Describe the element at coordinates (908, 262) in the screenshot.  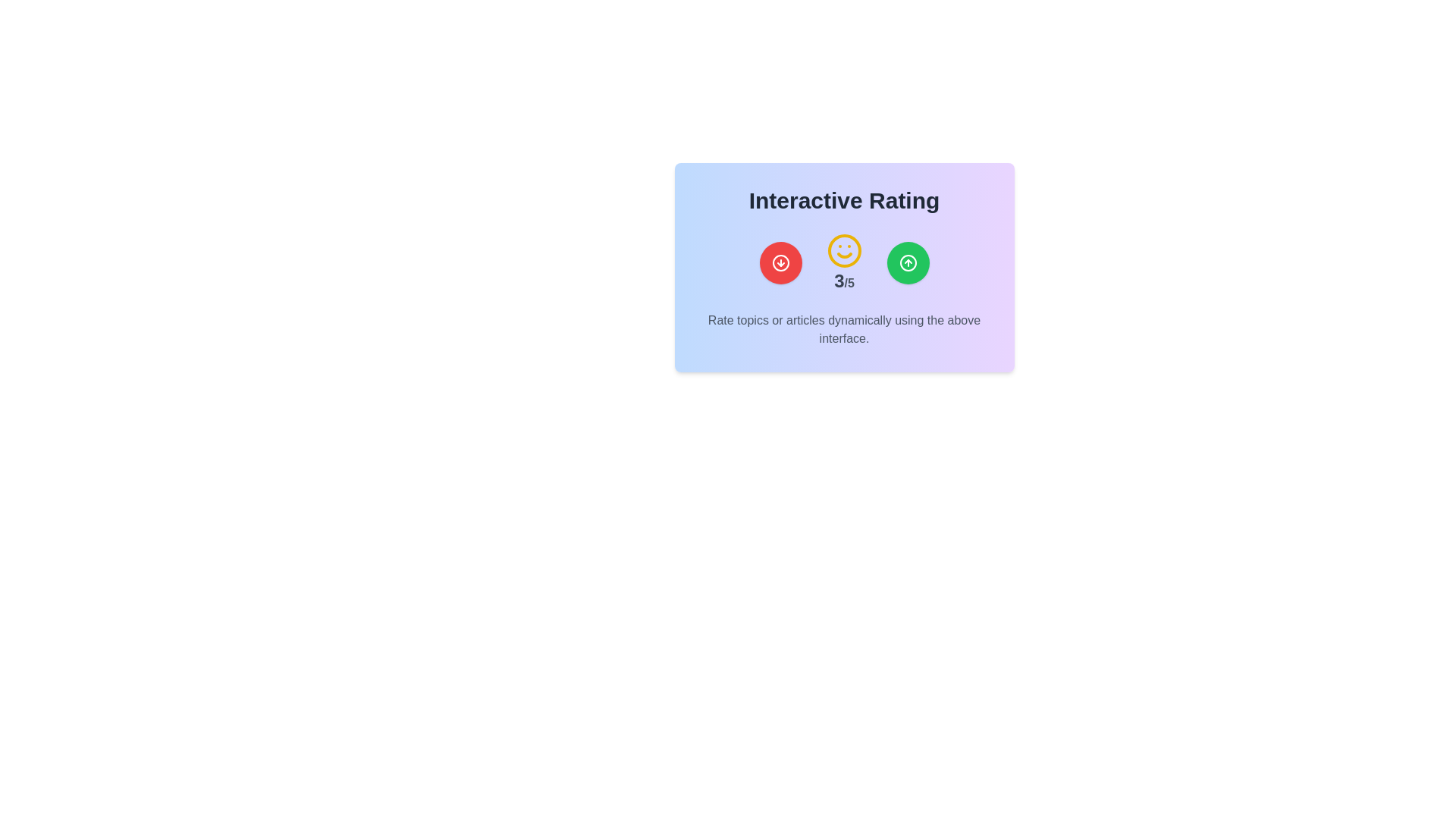
I see `the SVG Circle Element, which is a circular outline with a radius of 10 units, located within the green circular icon on the right in the rating interface` at that location.